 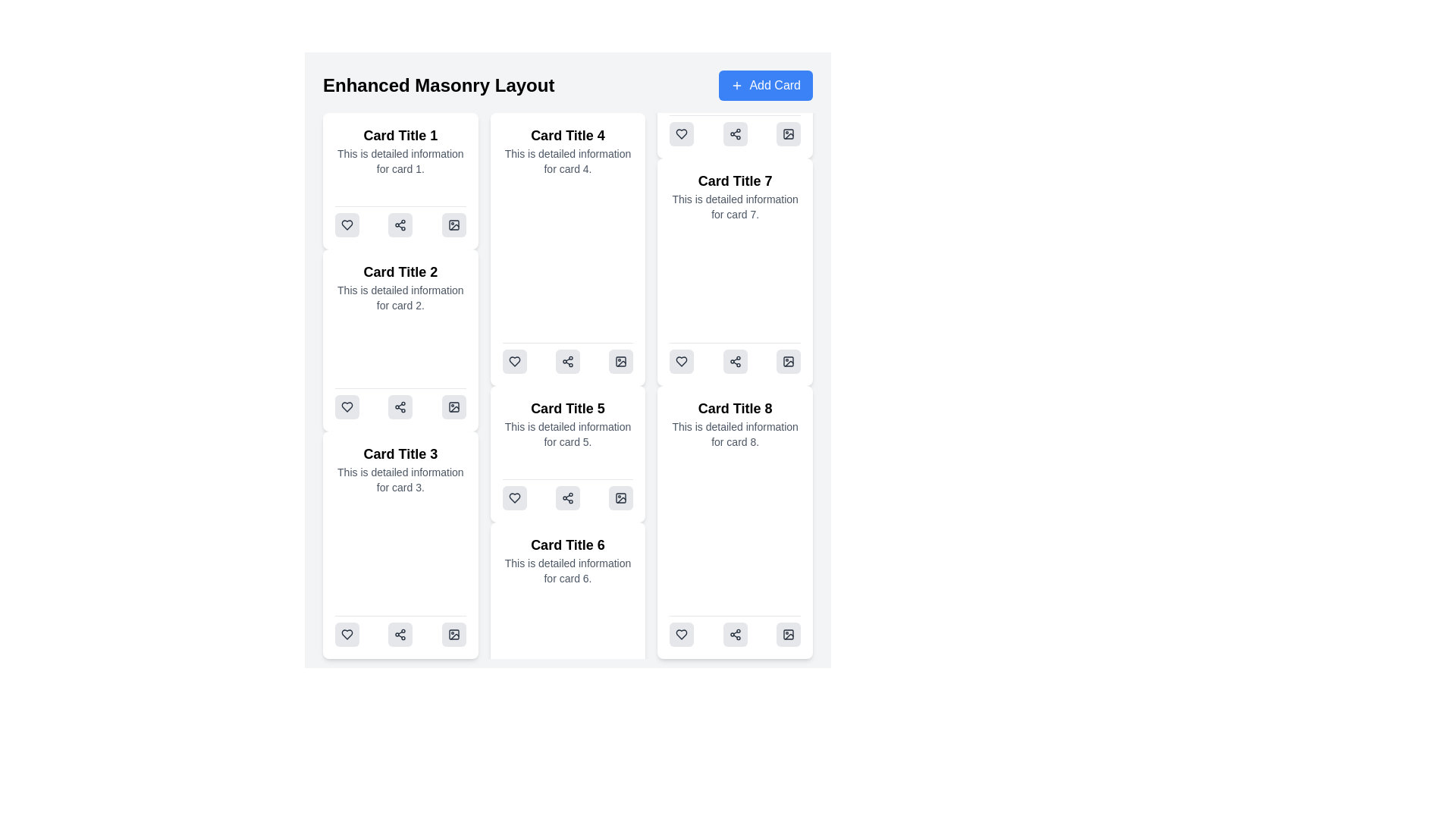 What do you see at coordinates (766, 85) in the screenshot?
I see `the button located at the top-right corner of the masonry layout, next to the title 'Enhanced Masonry Layout'` at bounding box center [766, 85].